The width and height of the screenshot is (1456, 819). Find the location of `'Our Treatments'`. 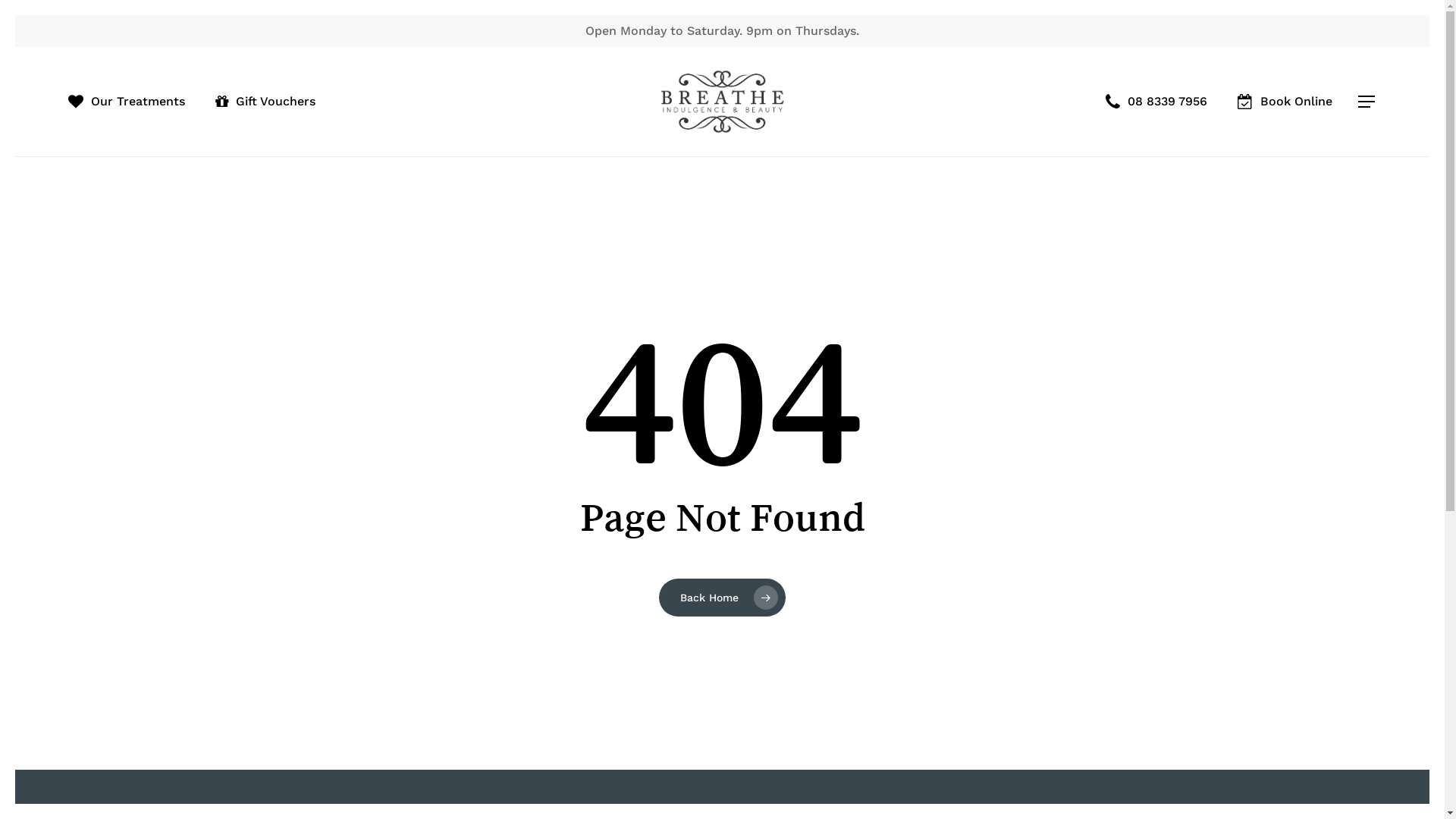

'Our Treatments' is located at coordinates (127, 102).